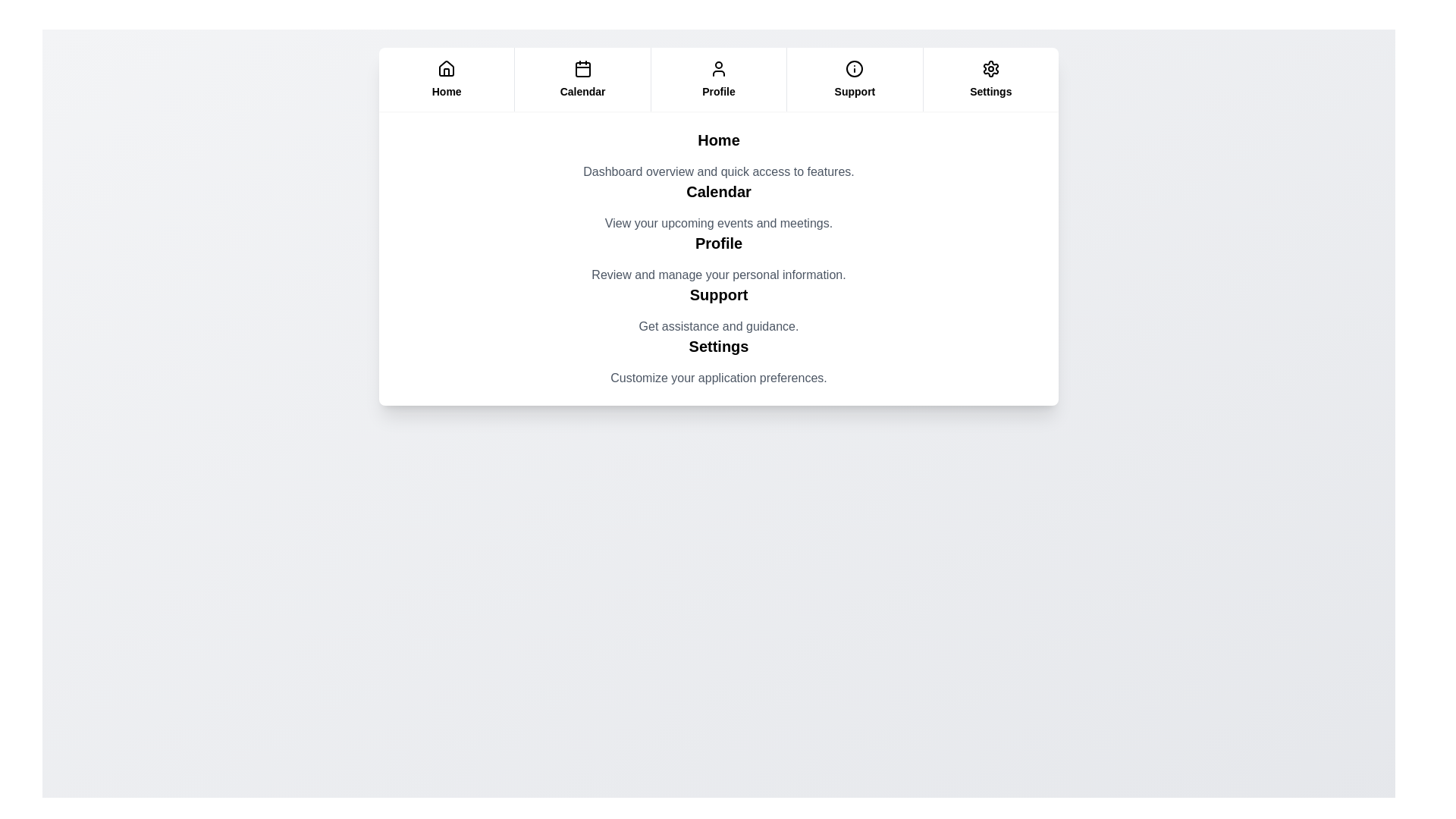  I want to click on the text header element labeled 'Settings', which is styled in bold and large font, positioned above the text 'Customize your application preferences', so click(718, 346).